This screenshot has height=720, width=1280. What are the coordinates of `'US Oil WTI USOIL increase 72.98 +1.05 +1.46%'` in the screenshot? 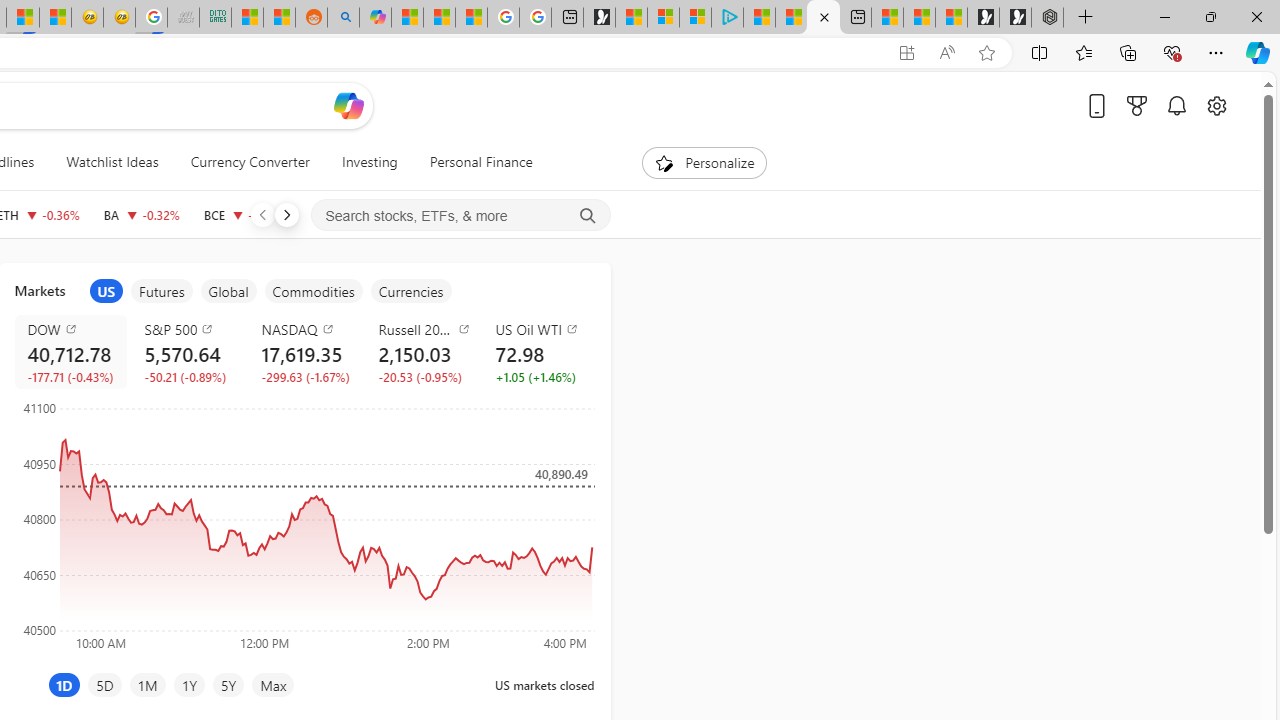 It's located at (538, 351).